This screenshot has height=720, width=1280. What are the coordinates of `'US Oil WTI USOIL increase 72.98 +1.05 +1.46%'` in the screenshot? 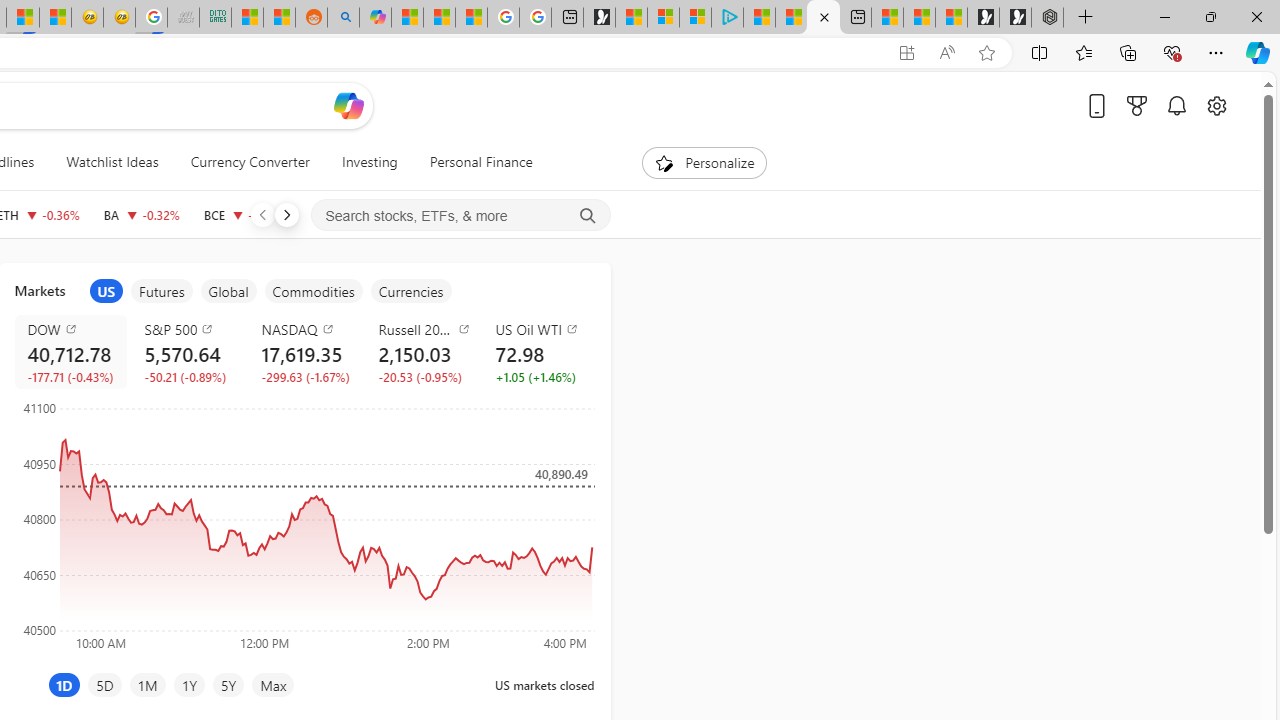 It's located at (538, 351).